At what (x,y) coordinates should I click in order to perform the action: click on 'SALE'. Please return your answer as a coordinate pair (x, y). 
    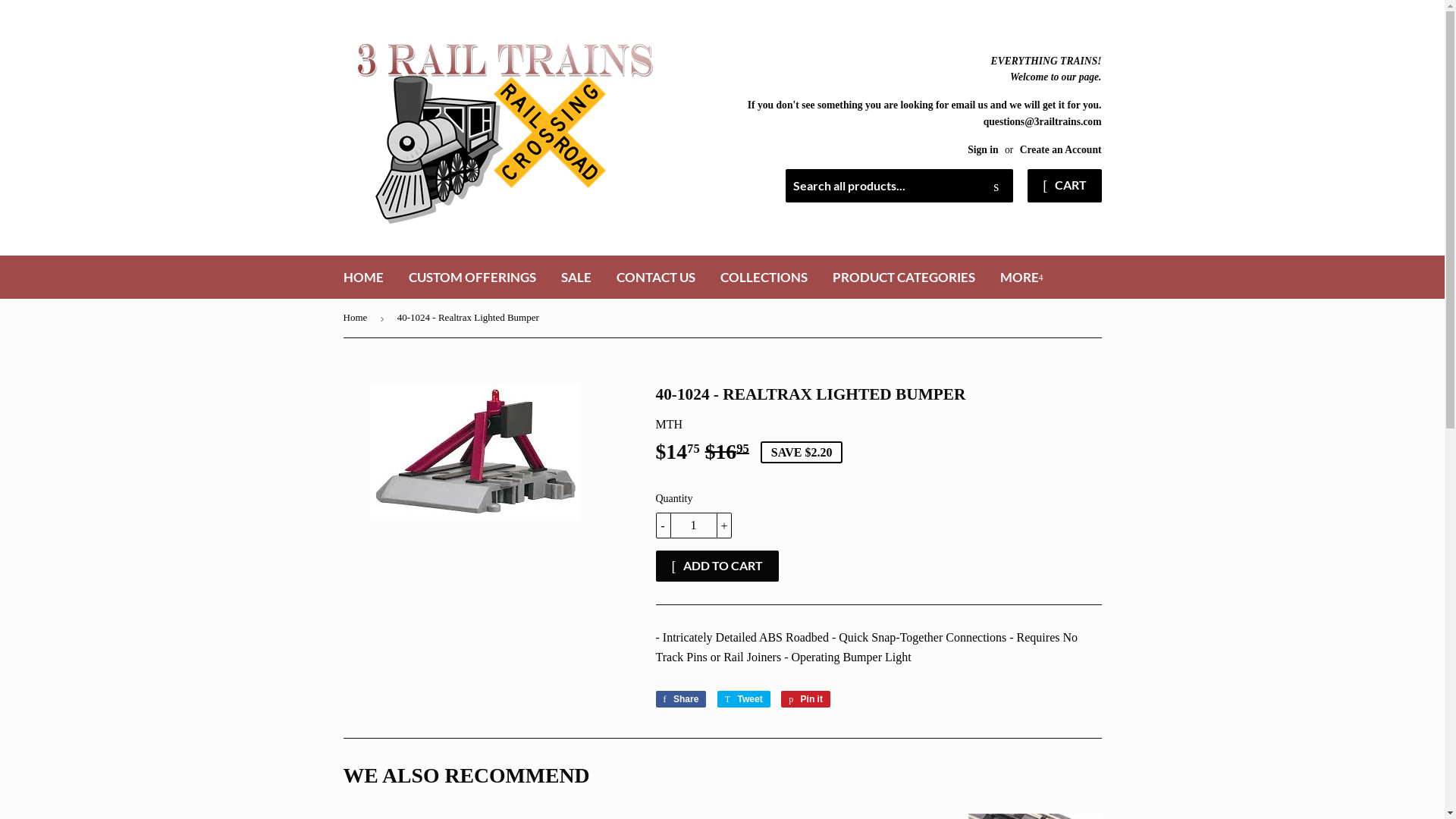
    Looking at the image, I should click on (574, 277).